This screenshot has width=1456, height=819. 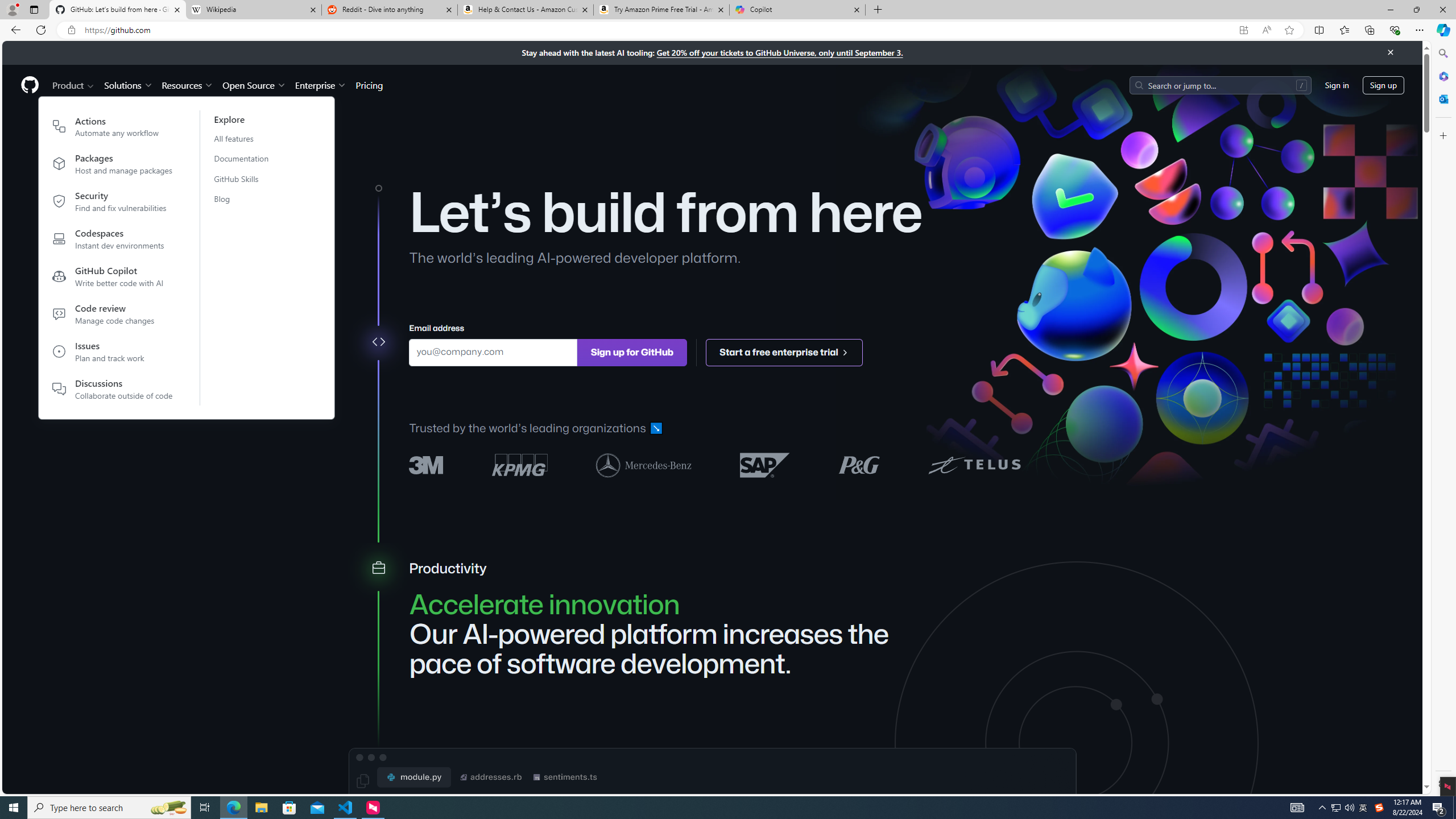 I want to click on 'Start a free enterprise trial ', so click(x=784, y=351).